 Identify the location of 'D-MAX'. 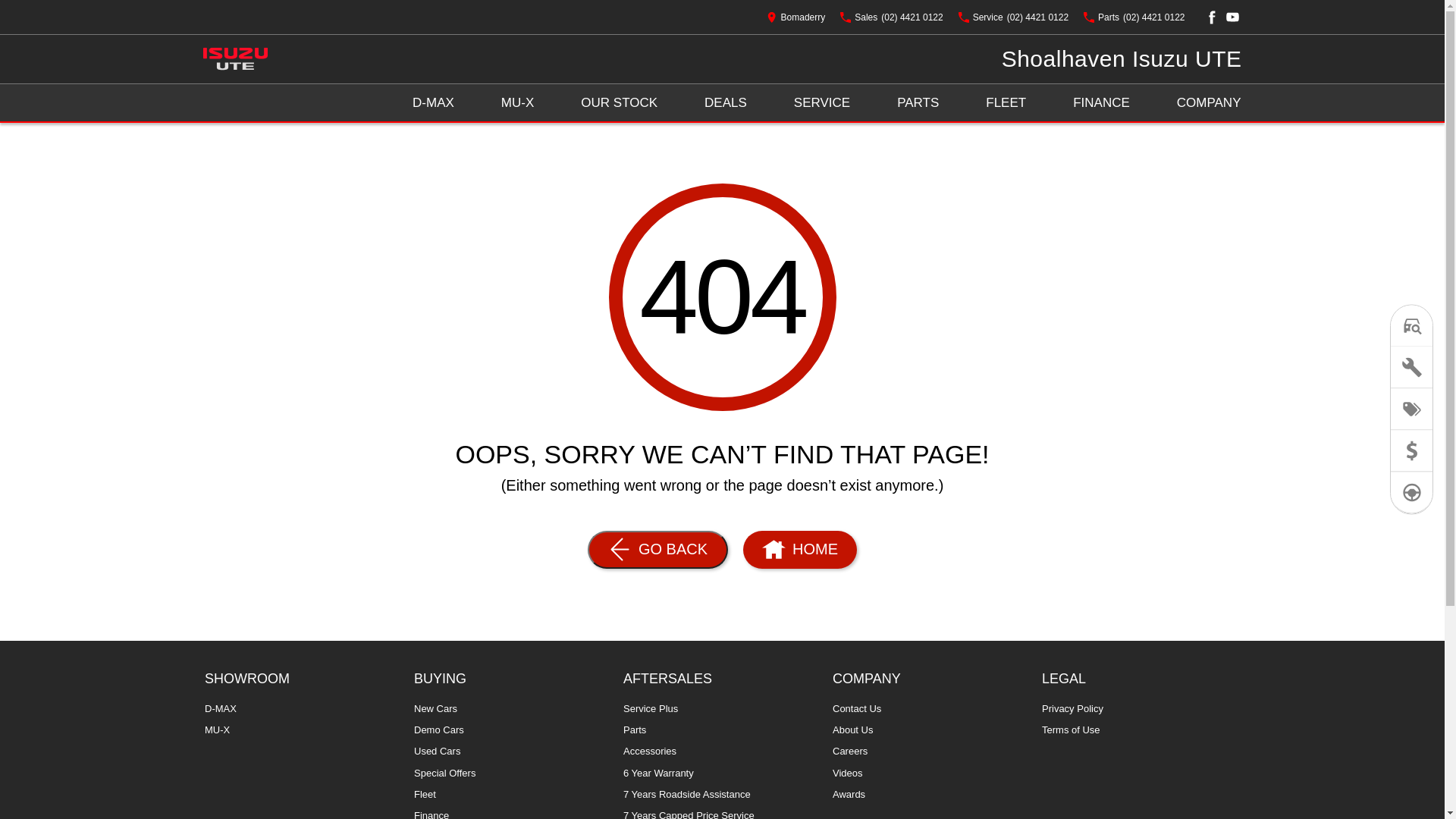
(220, 713).